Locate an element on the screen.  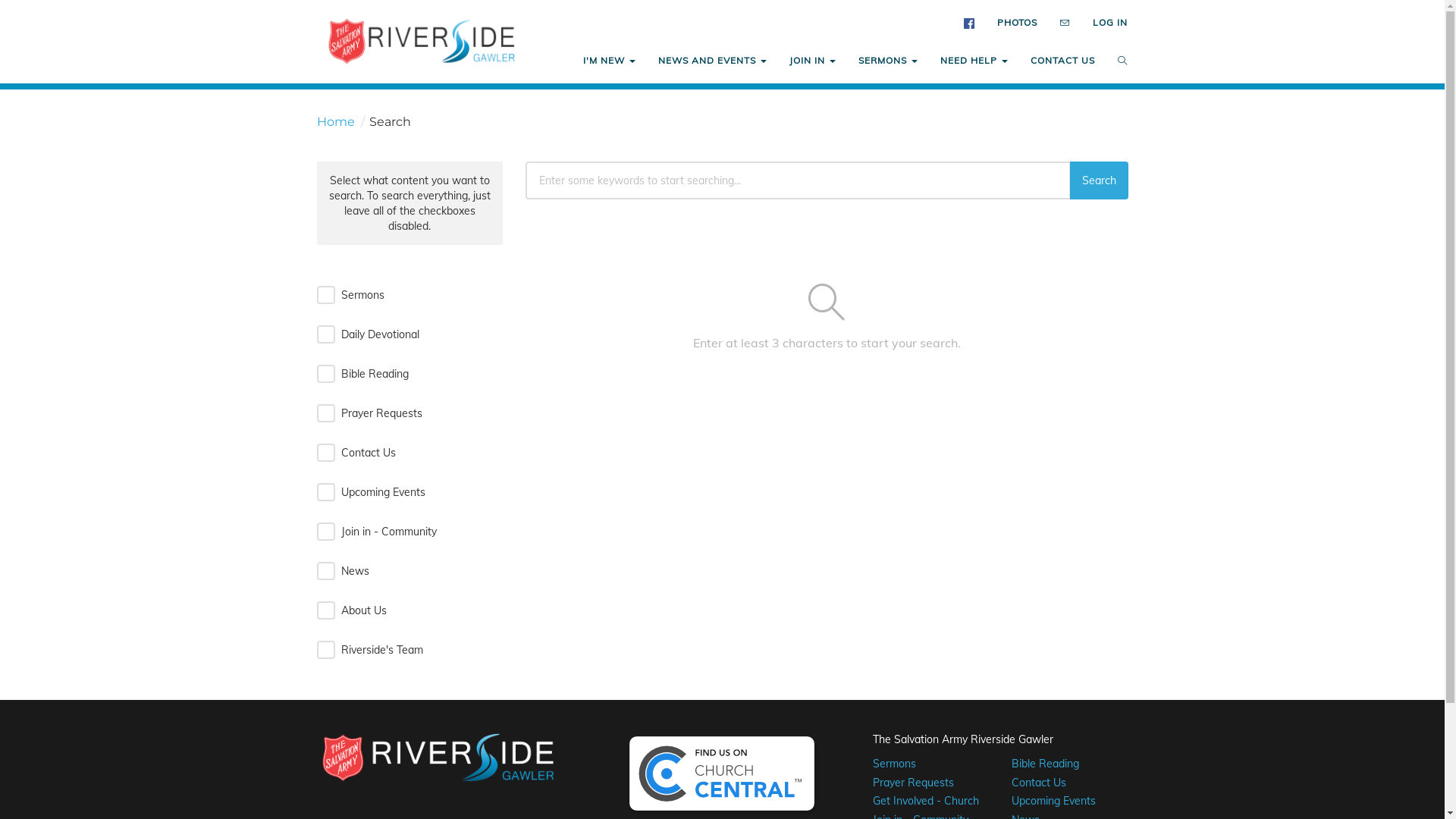
'Get Involved - Church' is located at coordinates (924, 800).